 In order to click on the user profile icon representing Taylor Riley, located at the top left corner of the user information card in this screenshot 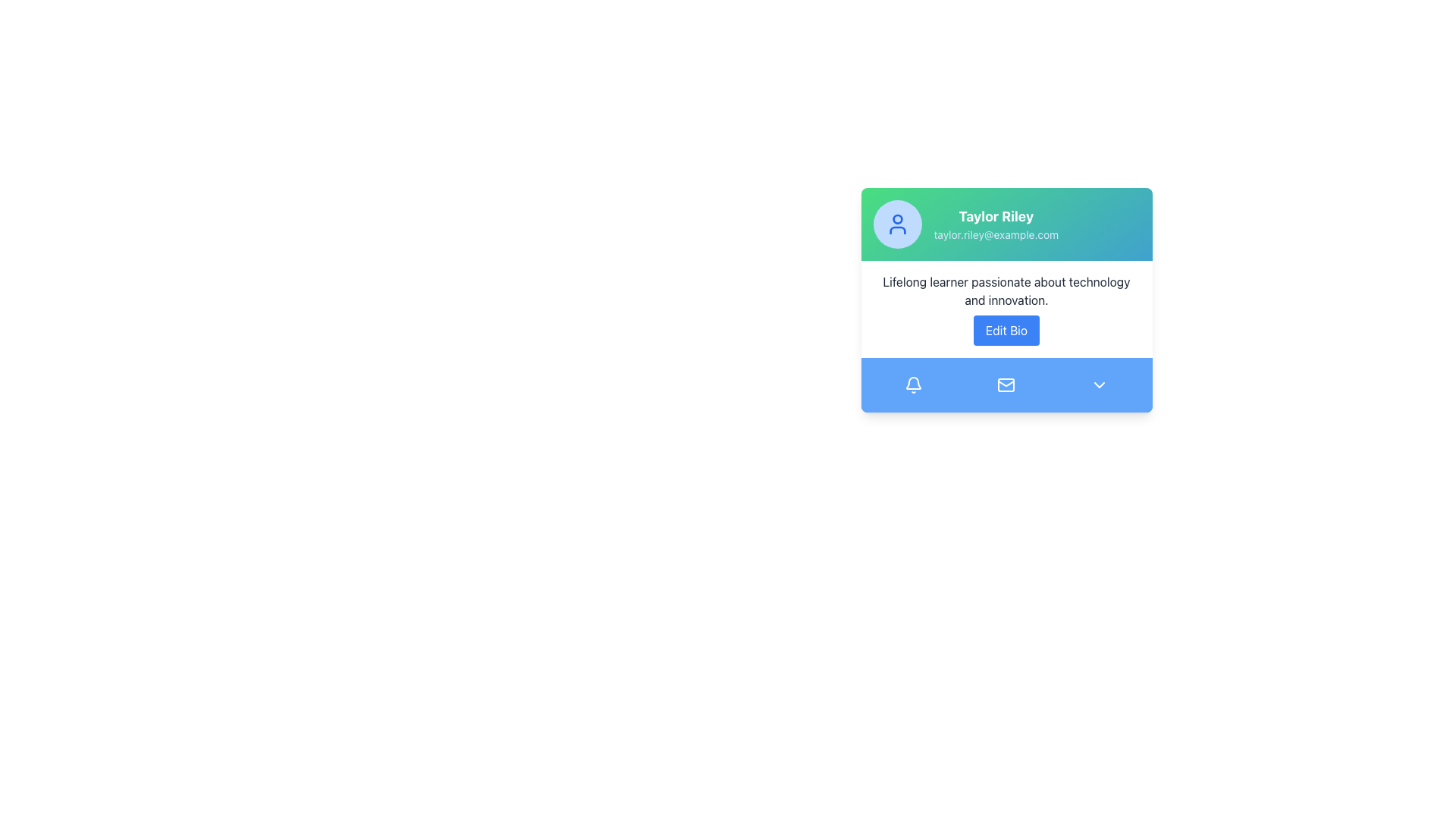, I will do `click(897, 224)`.